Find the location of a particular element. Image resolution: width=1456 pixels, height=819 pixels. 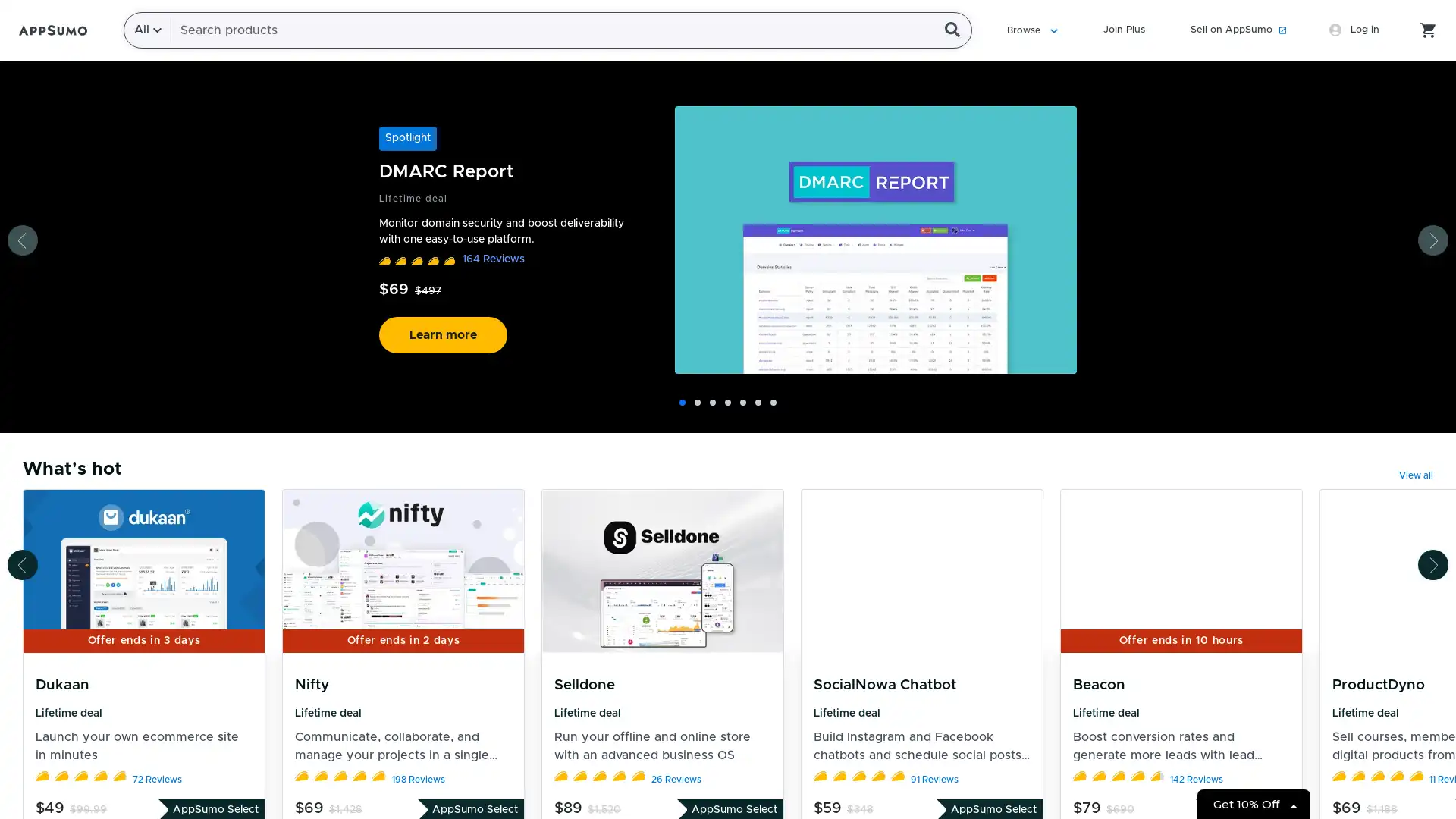

Close is located at coordinates (975, 109).